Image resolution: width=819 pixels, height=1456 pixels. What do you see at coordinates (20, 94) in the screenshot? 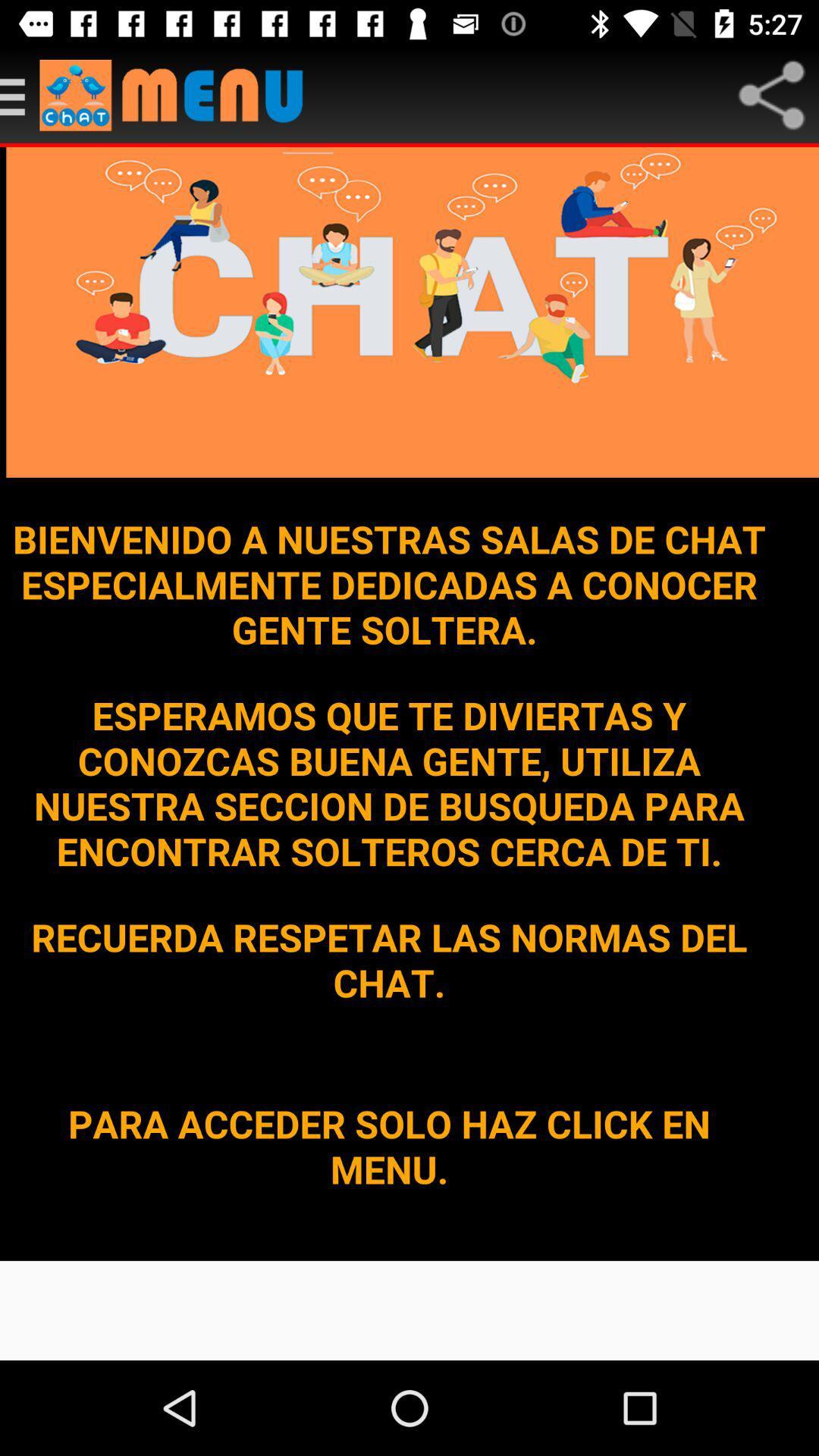
I see `menu` at bounding box center [20, 94].